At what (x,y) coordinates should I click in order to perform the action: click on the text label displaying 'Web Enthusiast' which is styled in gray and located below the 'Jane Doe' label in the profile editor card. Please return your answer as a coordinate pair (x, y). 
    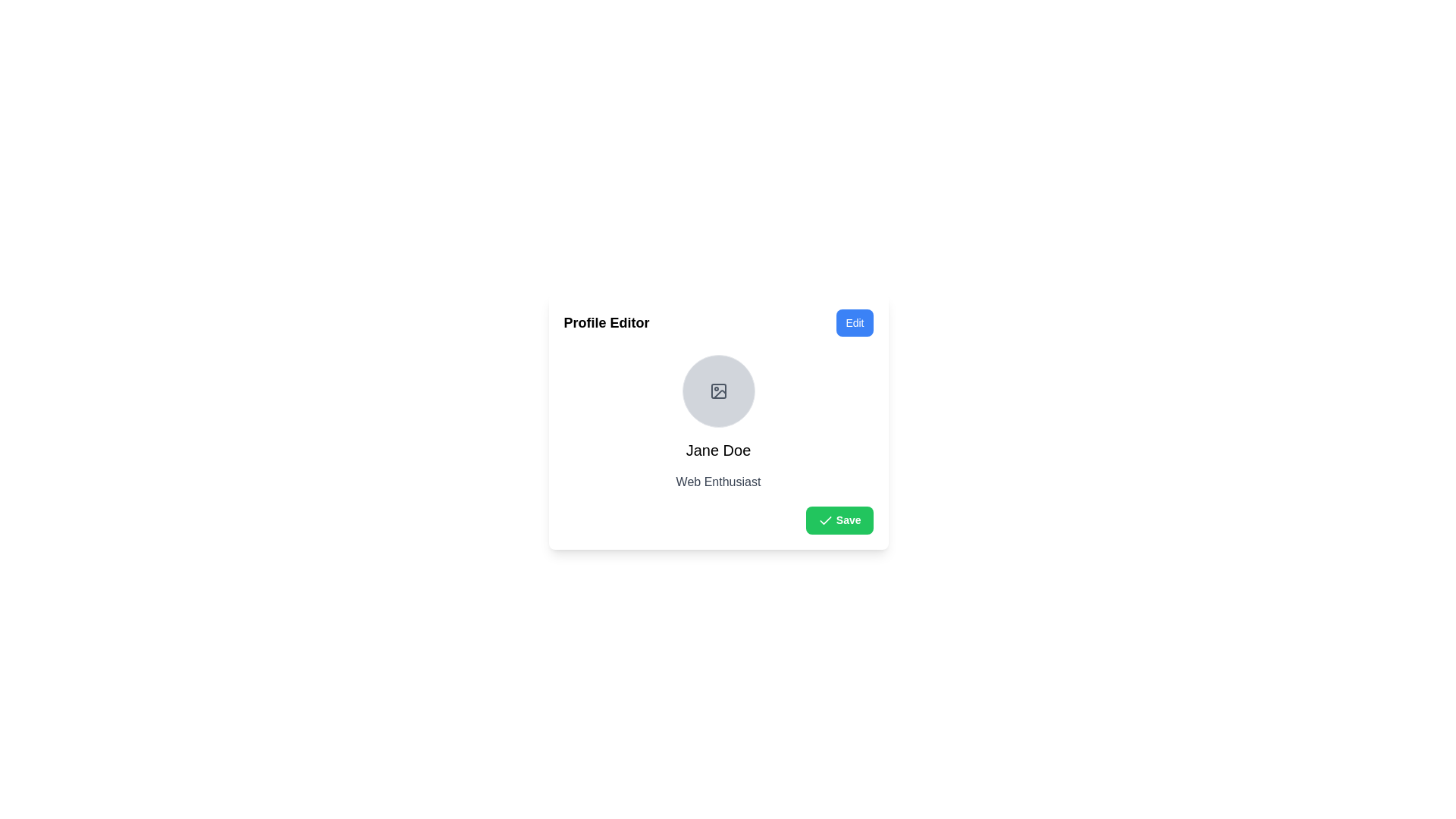
    Looking at the image, I should click on (717, 482).